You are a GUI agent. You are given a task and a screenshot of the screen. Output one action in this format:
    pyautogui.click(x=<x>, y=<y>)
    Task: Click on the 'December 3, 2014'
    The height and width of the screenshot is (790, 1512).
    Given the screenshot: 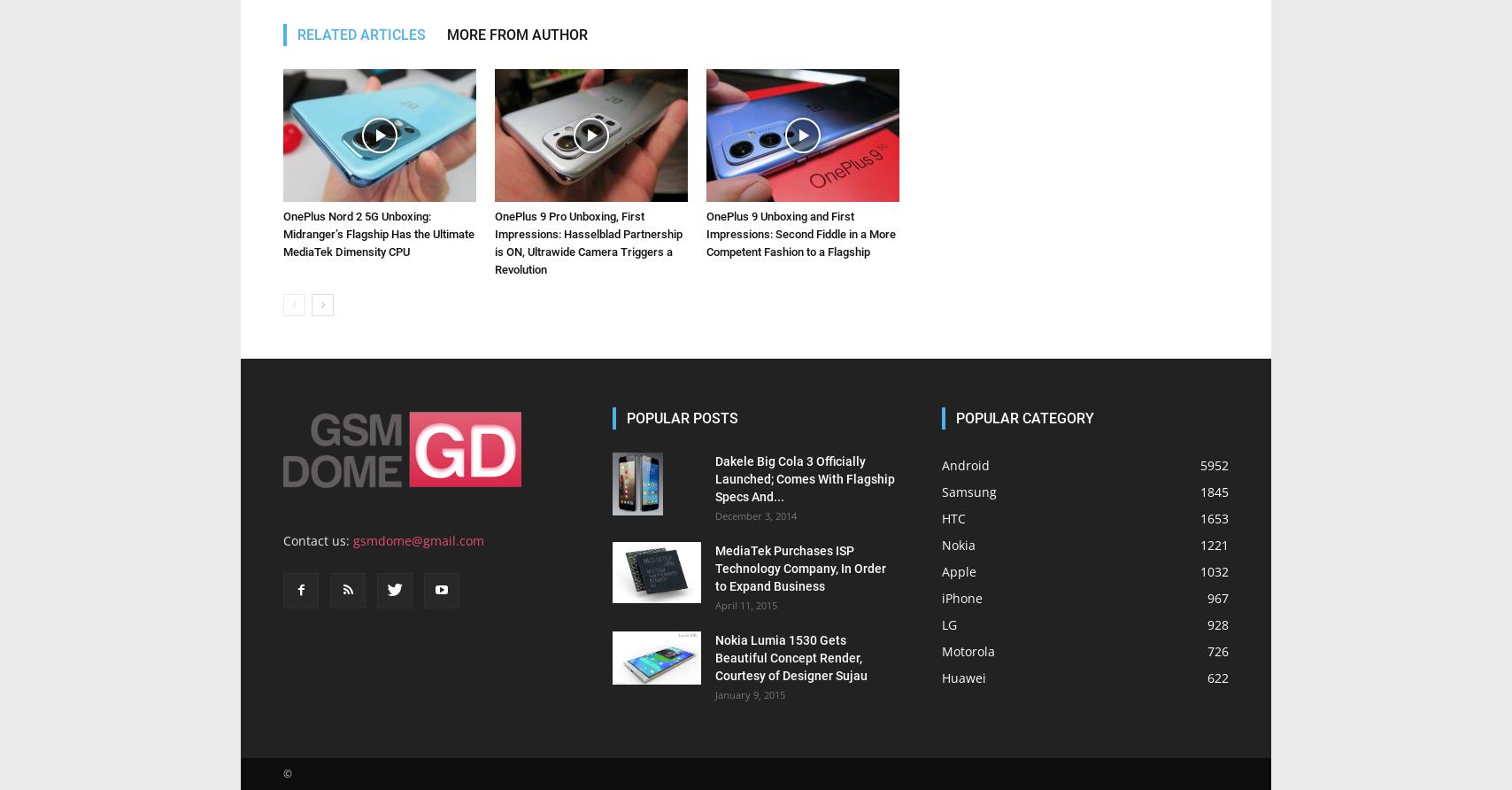 What is the action you would take?
    pyautogui.click(x=756, y=515)
    